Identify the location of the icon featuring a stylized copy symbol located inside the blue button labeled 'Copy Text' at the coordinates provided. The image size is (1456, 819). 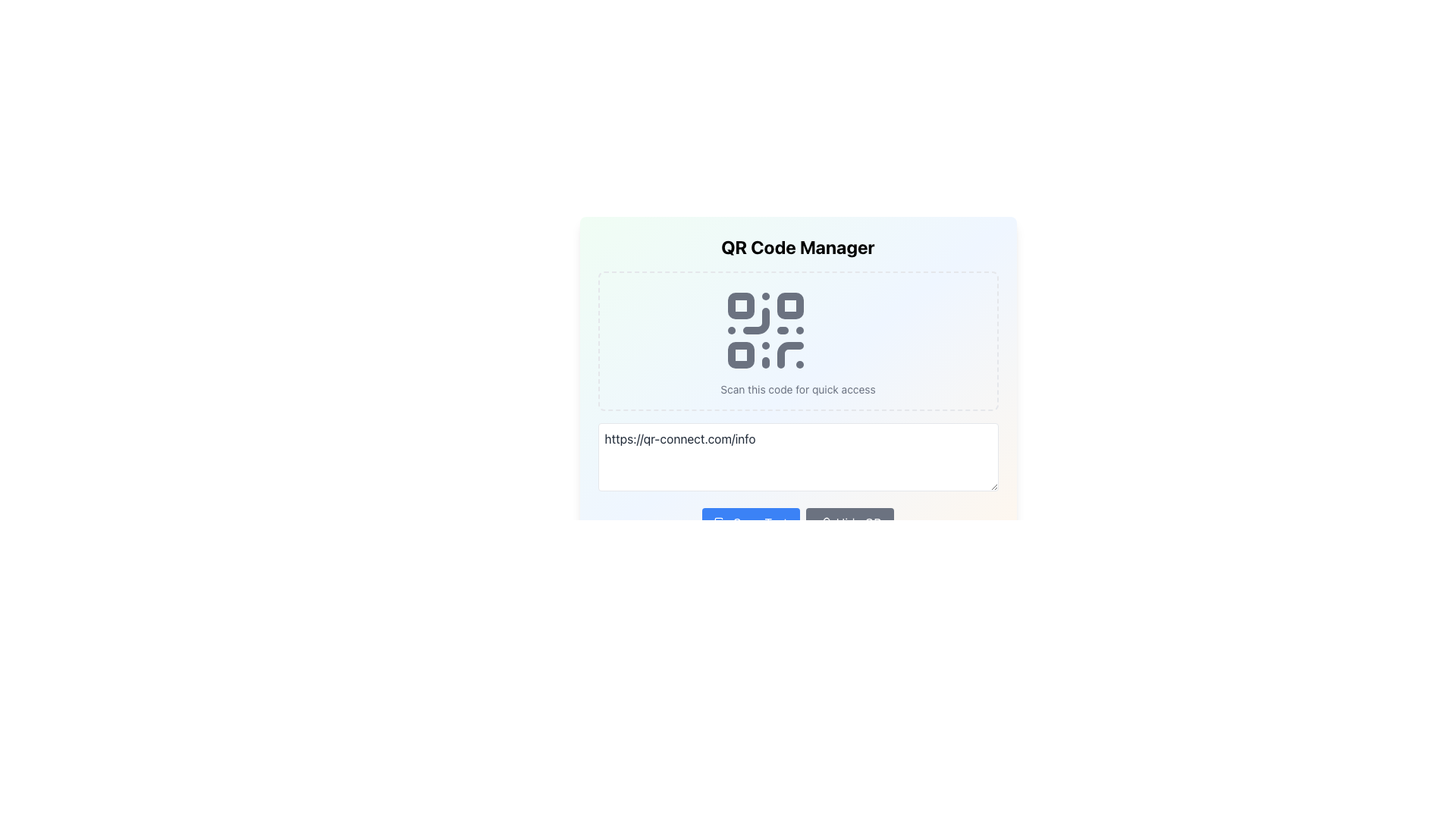
(720, 522).